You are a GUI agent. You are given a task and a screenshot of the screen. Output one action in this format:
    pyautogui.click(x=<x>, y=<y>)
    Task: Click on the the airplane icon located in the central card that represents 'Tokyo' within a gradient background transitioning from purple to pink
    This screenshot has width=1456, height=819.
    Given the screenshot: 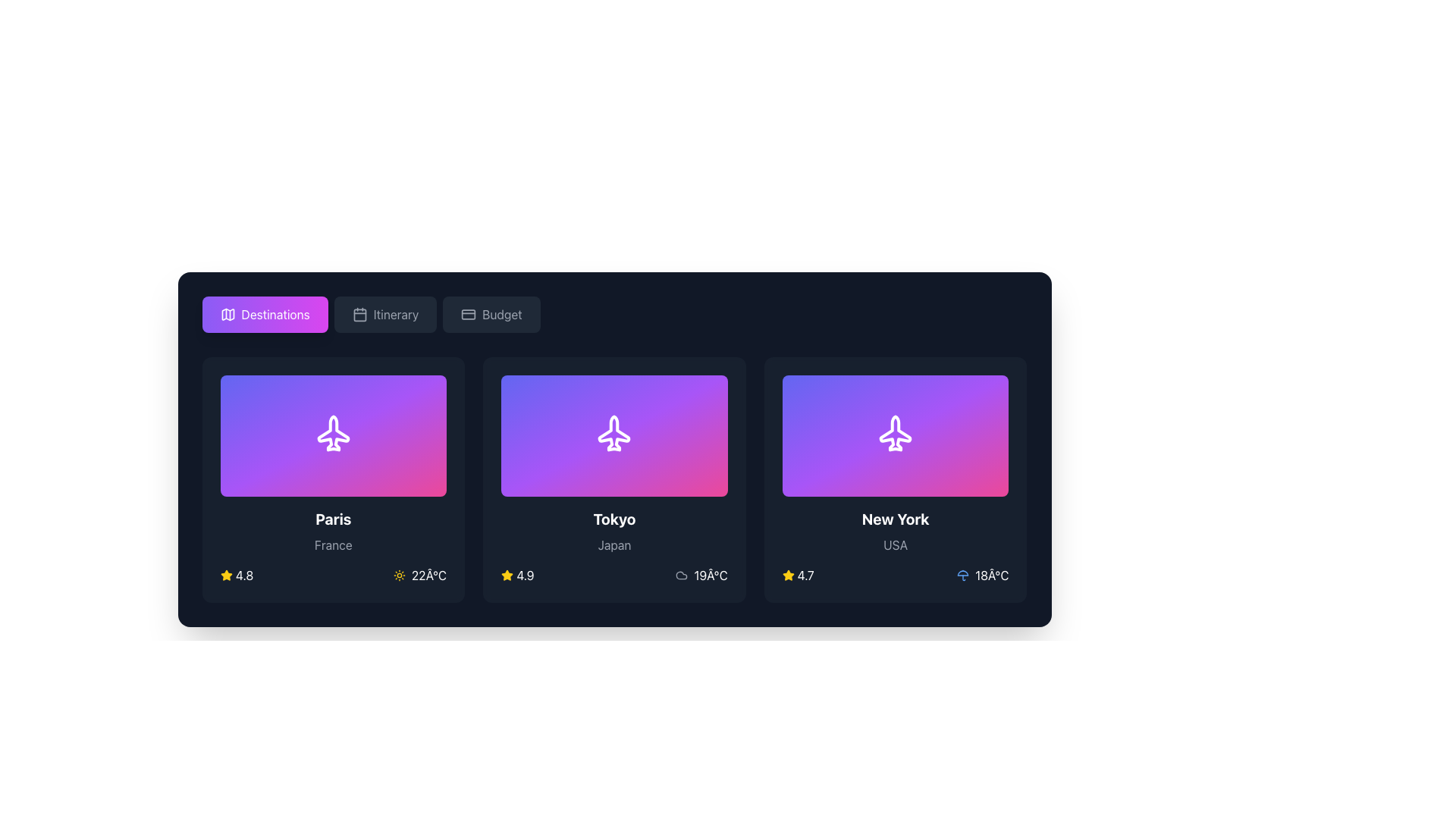 What is the action you would take?
    pyautogui.click(x=614, y=435)
    